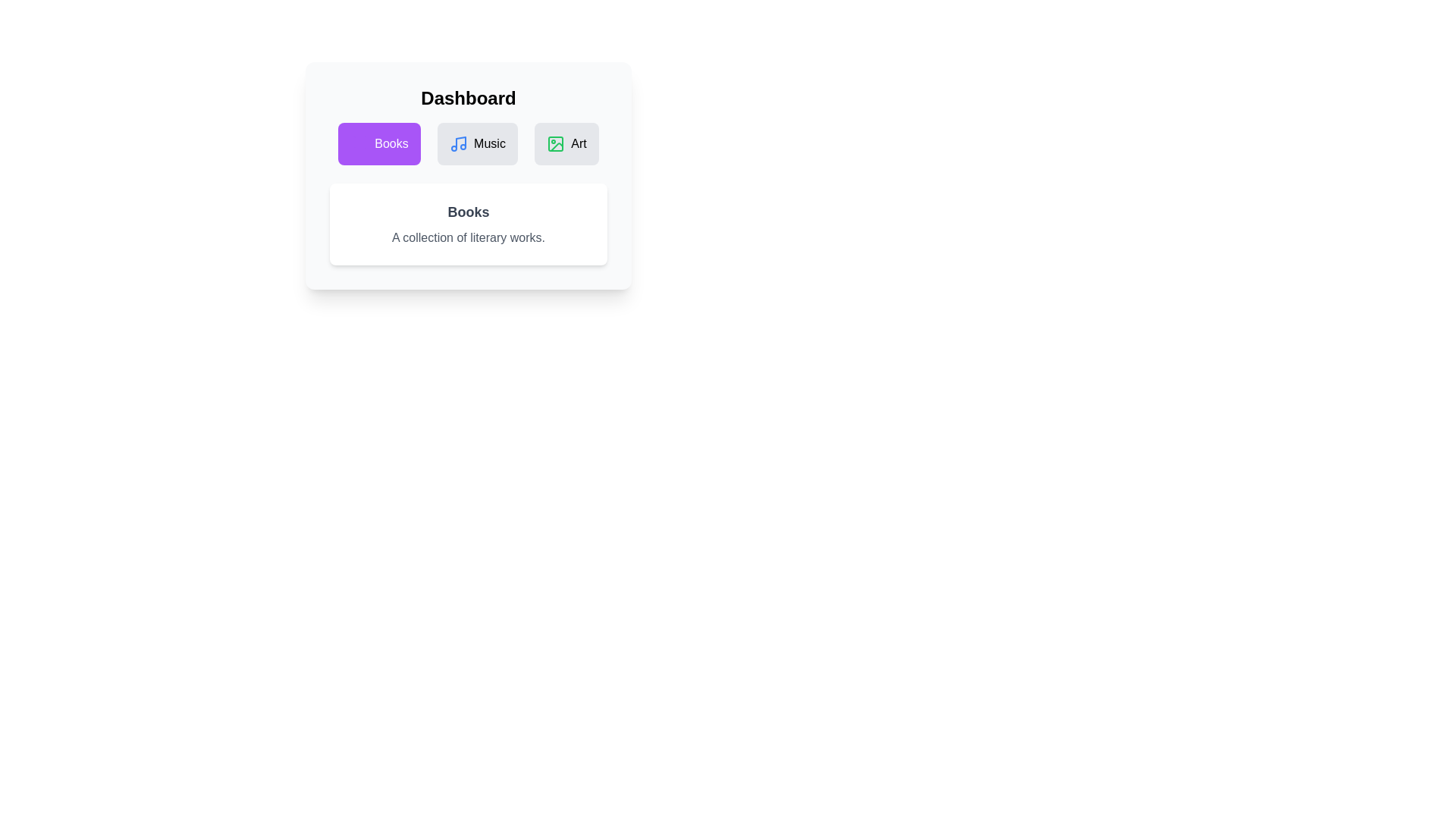 The image size is (1456, 819). What do you see at coordinates (476, 143) in the screenshot?
I see `the tab icon corresponding to Music` at bounding box center [476, 143].